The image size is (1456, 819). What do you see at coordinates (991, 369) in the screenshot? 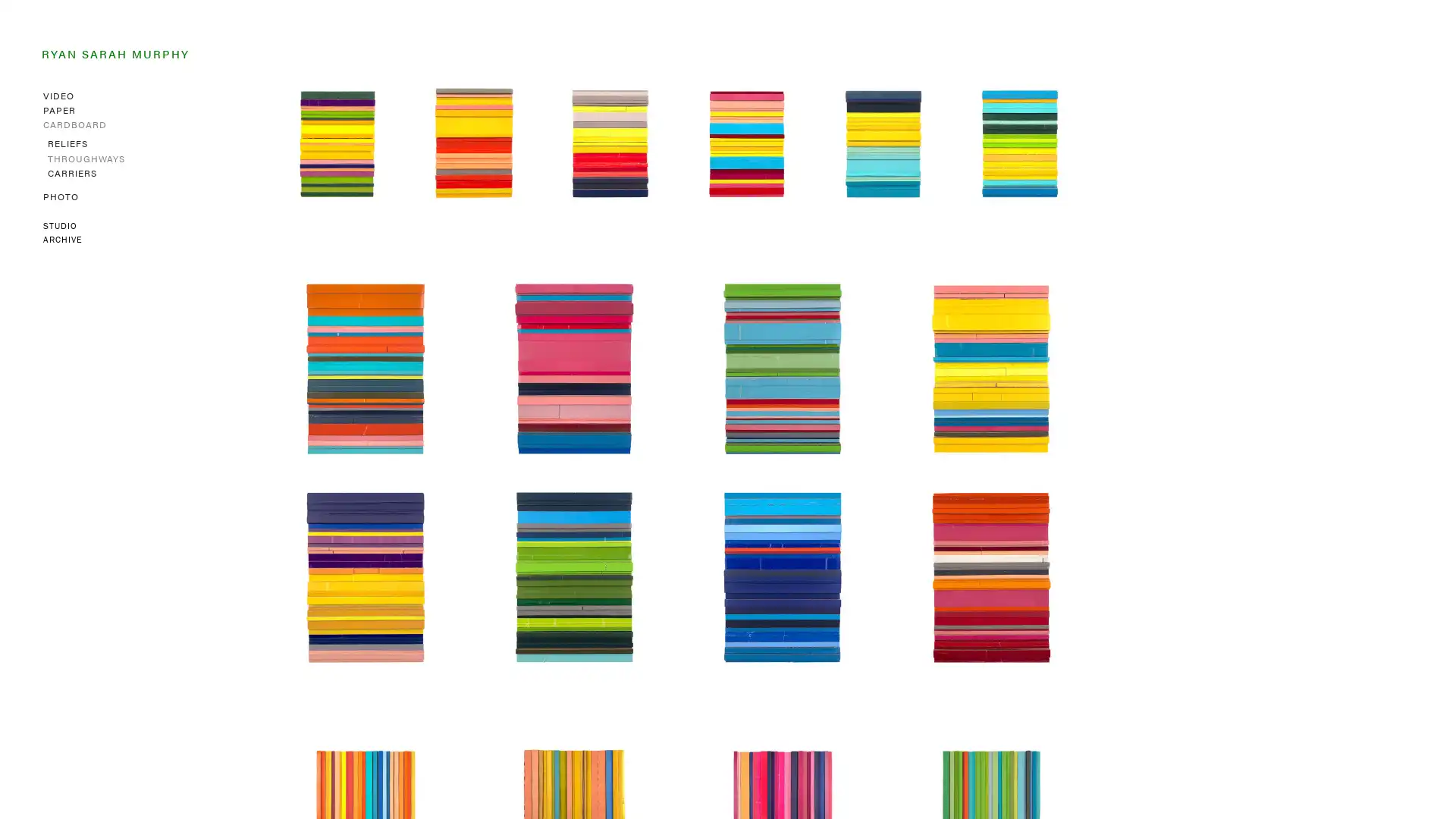
I see `View fullsize Throughway - Yellow (Find) , 2020 Unpainted cardboard and glue on Arches paper 11 x 7.5 inches` at bounding box center [991, 369].